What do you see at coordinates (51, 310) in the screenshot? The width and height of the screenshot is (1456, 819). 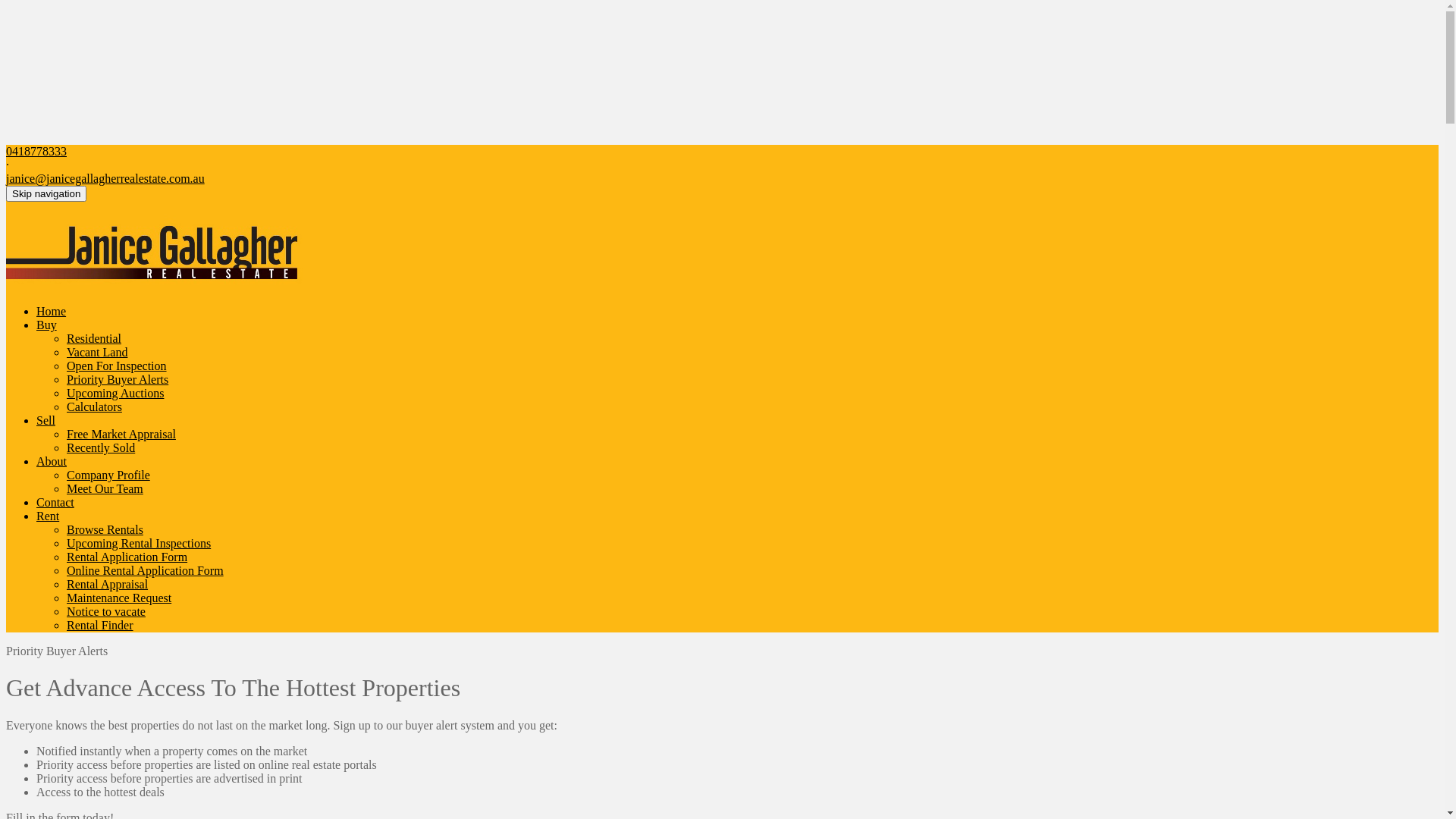 I see `'Home'` at bounding box center [51, 310].